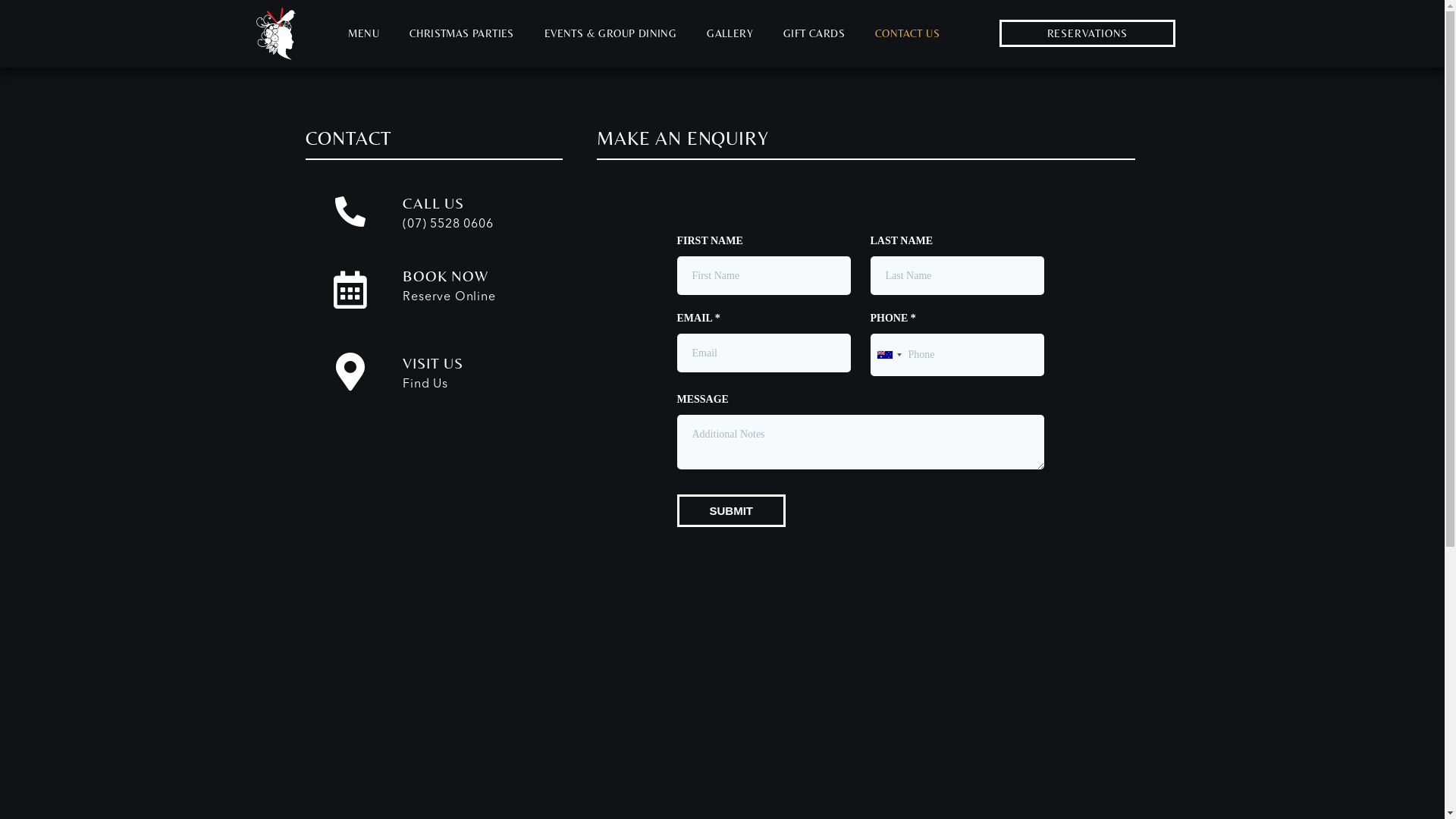 The image size is (1456, 819). Describe the element at coordinates (907, 33) in the screenshot. I see `'CONTACT US'` at that location.